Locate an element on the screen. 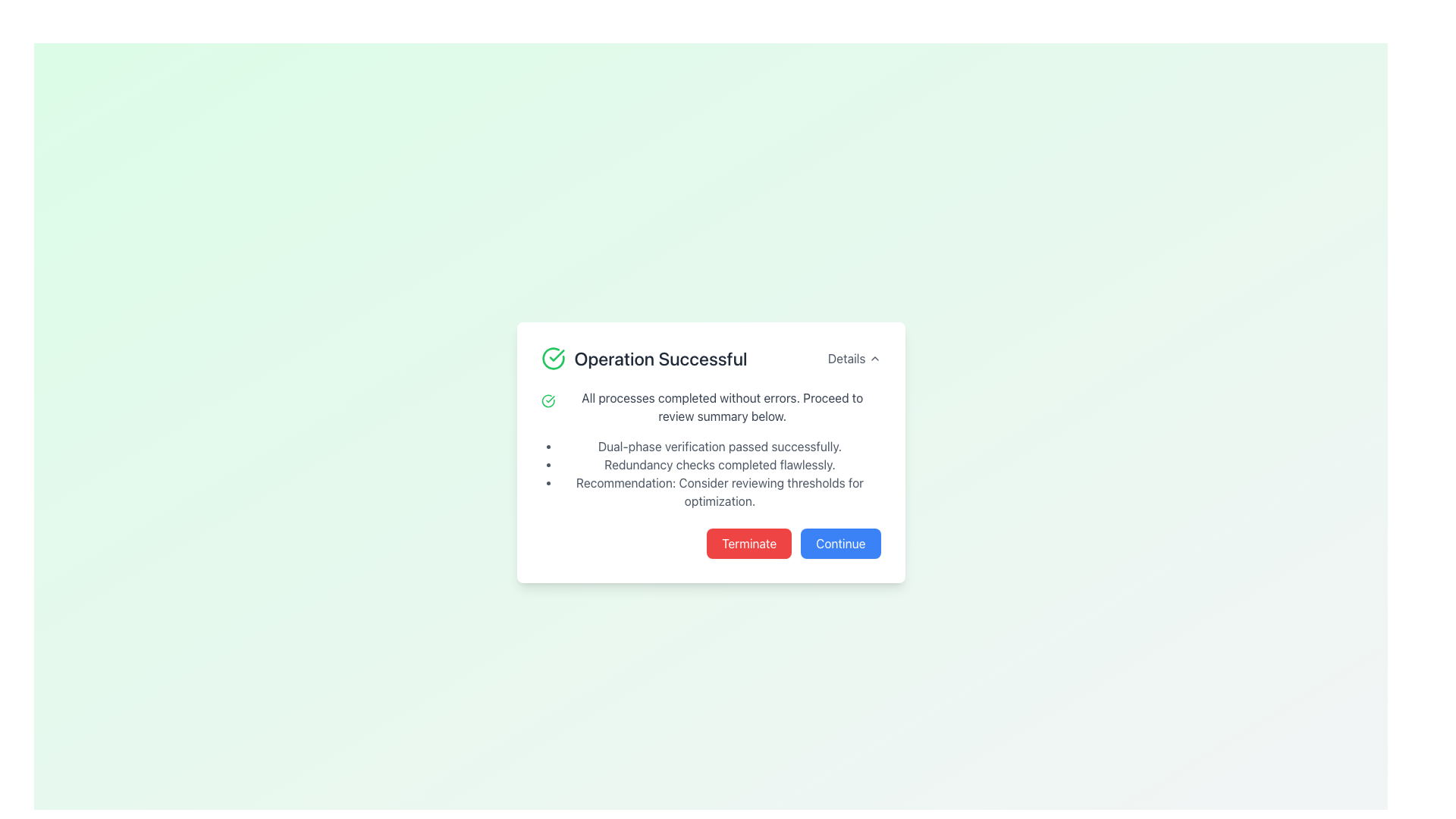 The width and height of the screenshot is (1456, 819). the circular green checkmark icon that signifies a successful operation, located before the text 'Operation Successful' in the dialog box is located at coordinates (552, 359).